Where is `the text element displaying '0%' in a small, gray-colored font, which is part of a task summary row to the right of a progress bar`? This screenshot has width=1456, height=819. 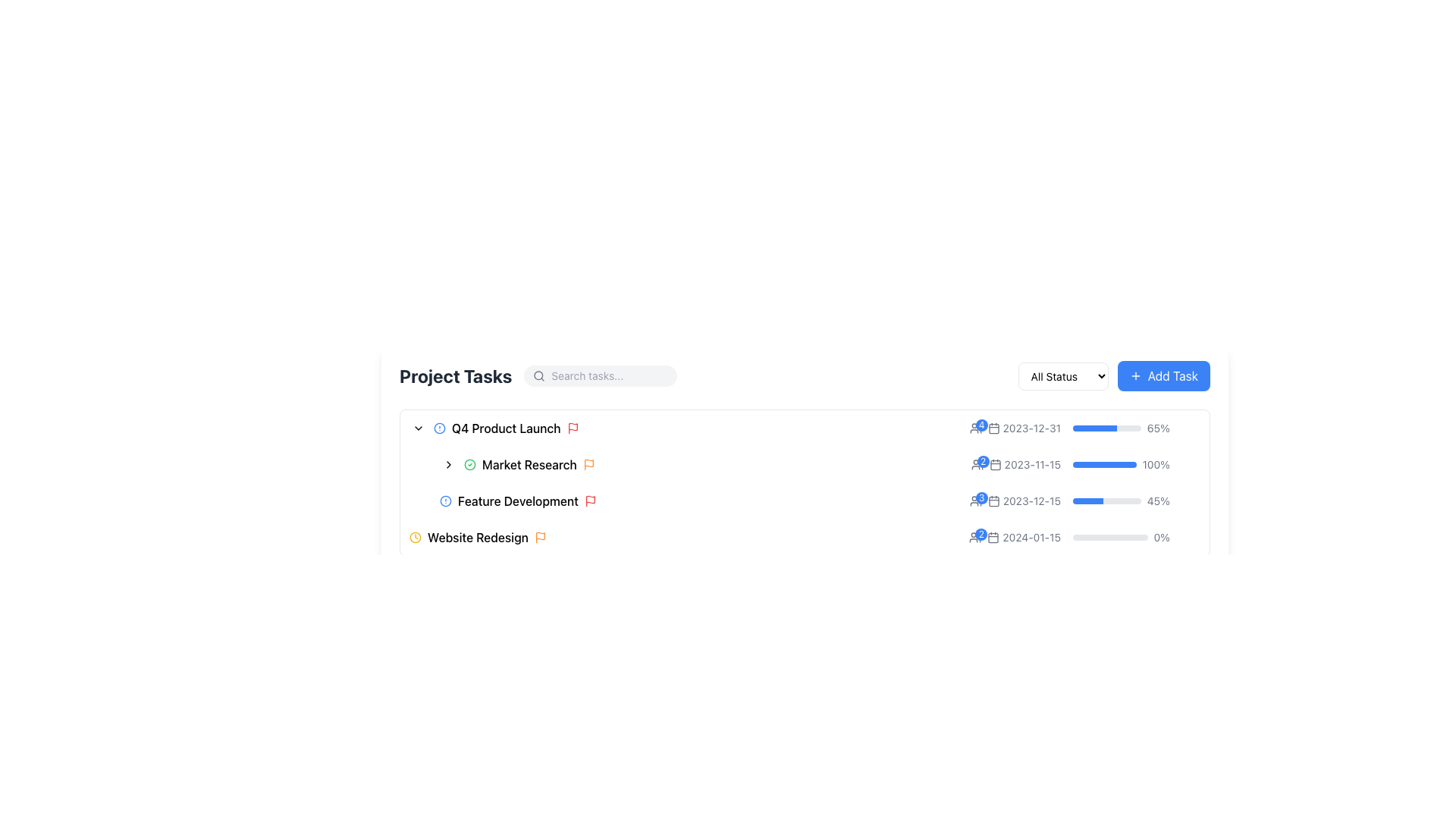
the text element displaying '0%' in a small, gray-colored font, which is part of a task summary row to the right of a progress bar is located at coordinates (1161, 537).